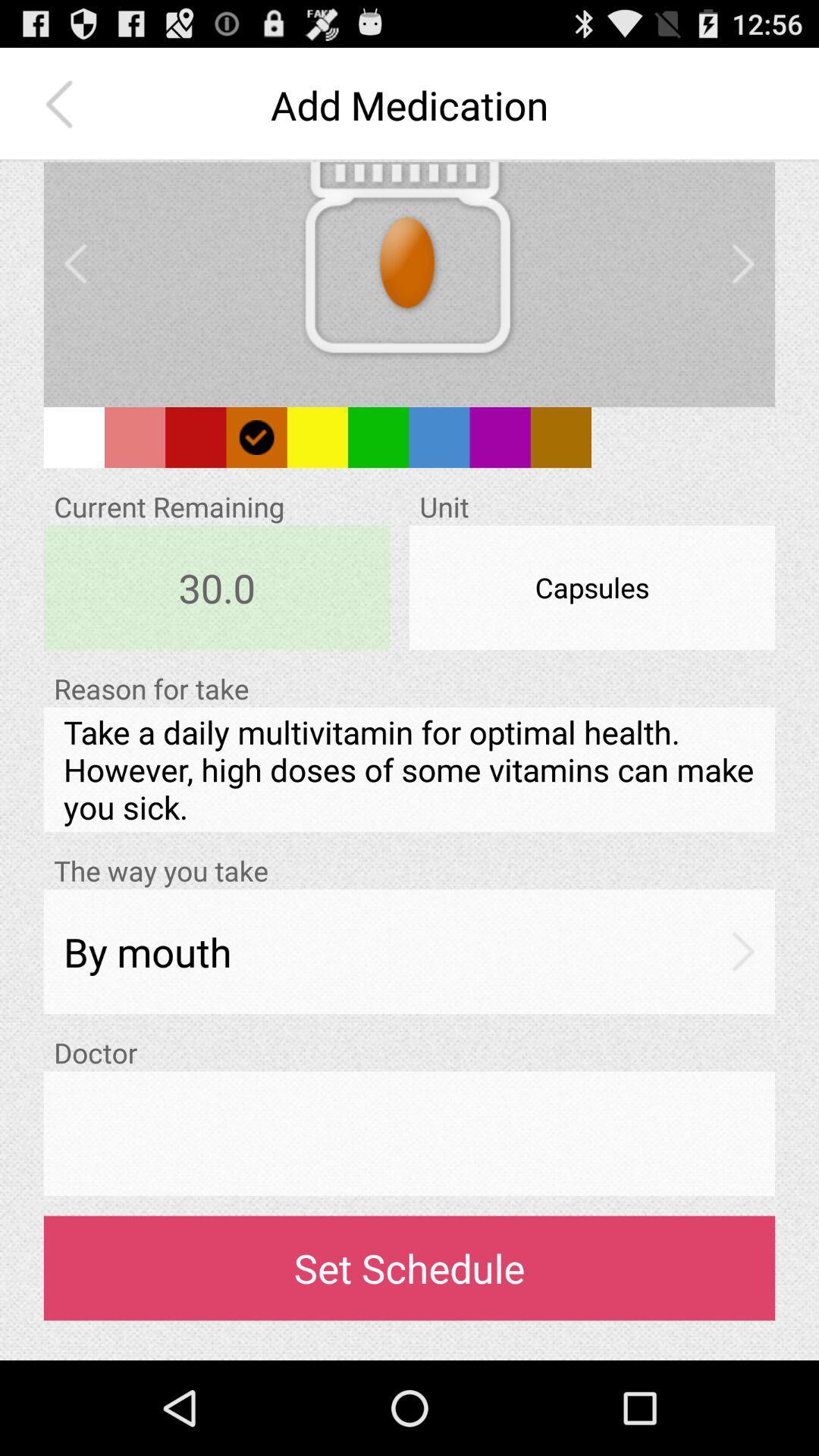  Describe the element at coordinates (742, 282) in the screenshot. I see `the arrow_forward icon` at that location.